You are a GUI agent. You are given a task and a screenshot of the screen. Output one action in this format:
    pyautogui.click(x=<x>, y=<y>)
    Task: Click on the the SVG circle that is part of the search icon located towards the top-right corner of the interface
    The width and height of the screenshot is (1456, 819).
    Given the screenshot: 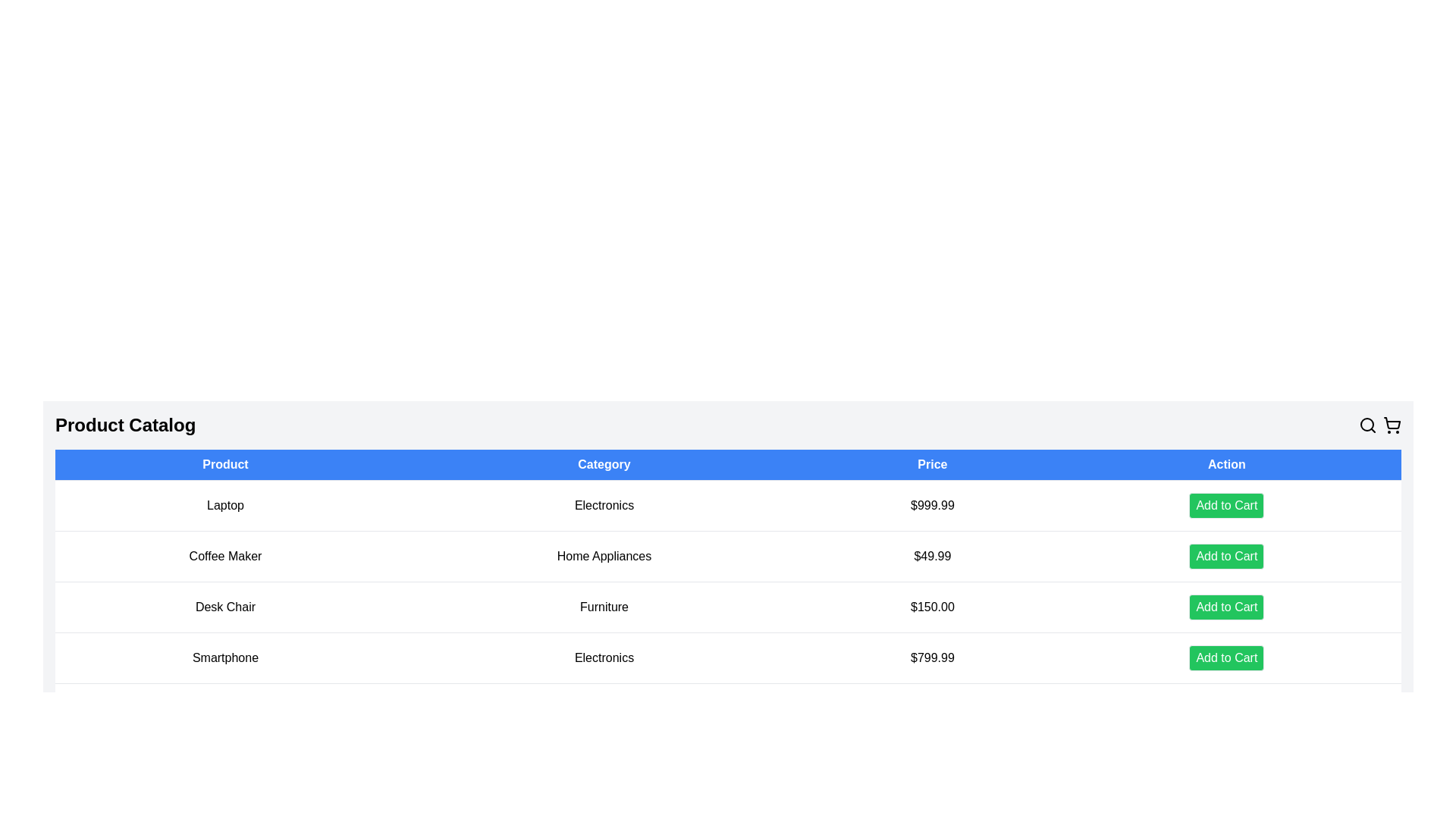 What is the action you would take?
    pyautogui.click(x=1367, y=424)
    